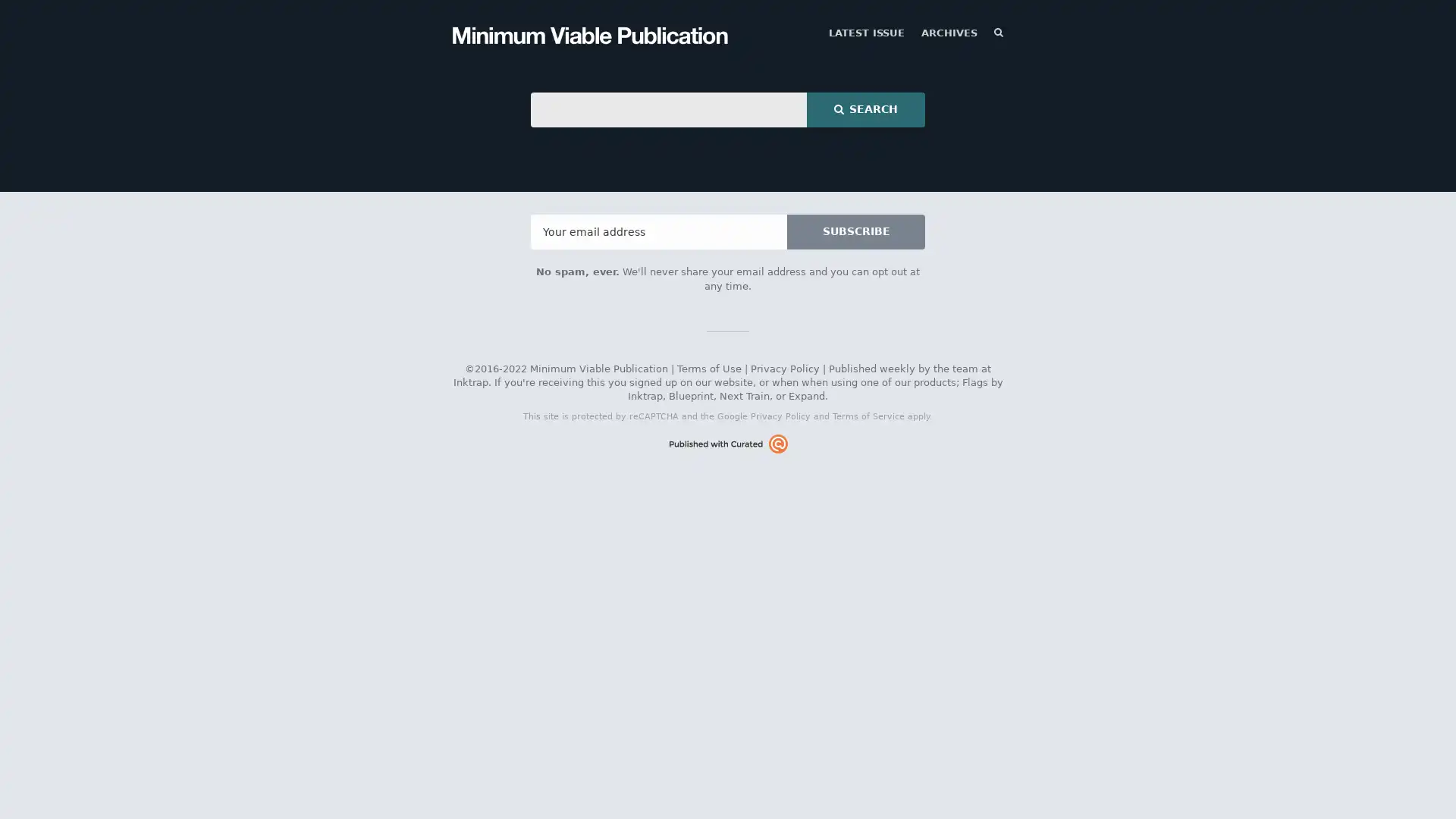 The width and height of the screenshot is (1456, 819). What do you see at coordinates (453, 3) in the screenshot?
I see `TOGGLE MENU` at bounding box center [453, 3].